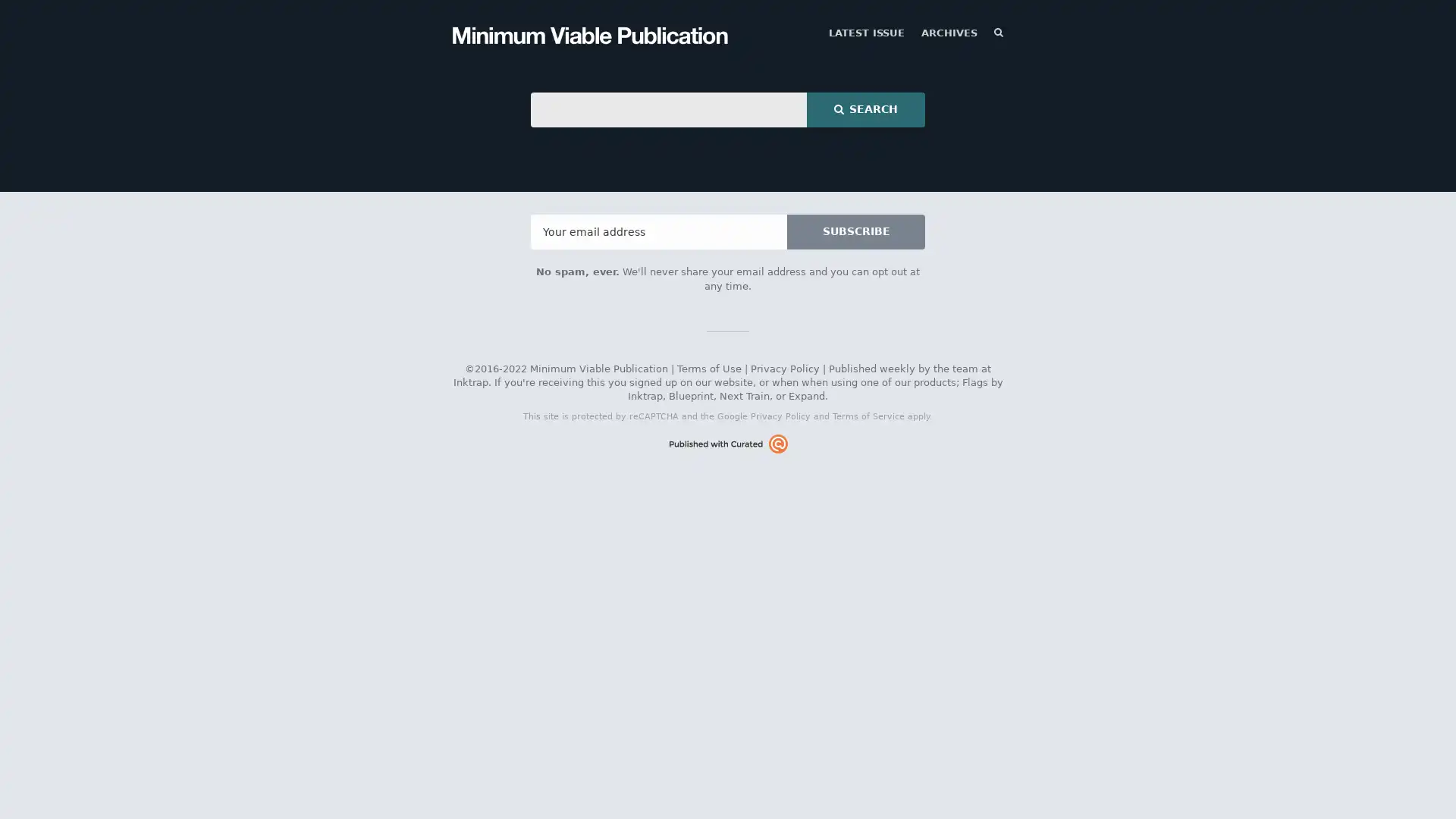 The width and height of the screenshot is (1456, 819). What do you see at coordinates (453, 3) in the screenshot?
I see `TOGGLE MENU` at bounding box center [453, 3].